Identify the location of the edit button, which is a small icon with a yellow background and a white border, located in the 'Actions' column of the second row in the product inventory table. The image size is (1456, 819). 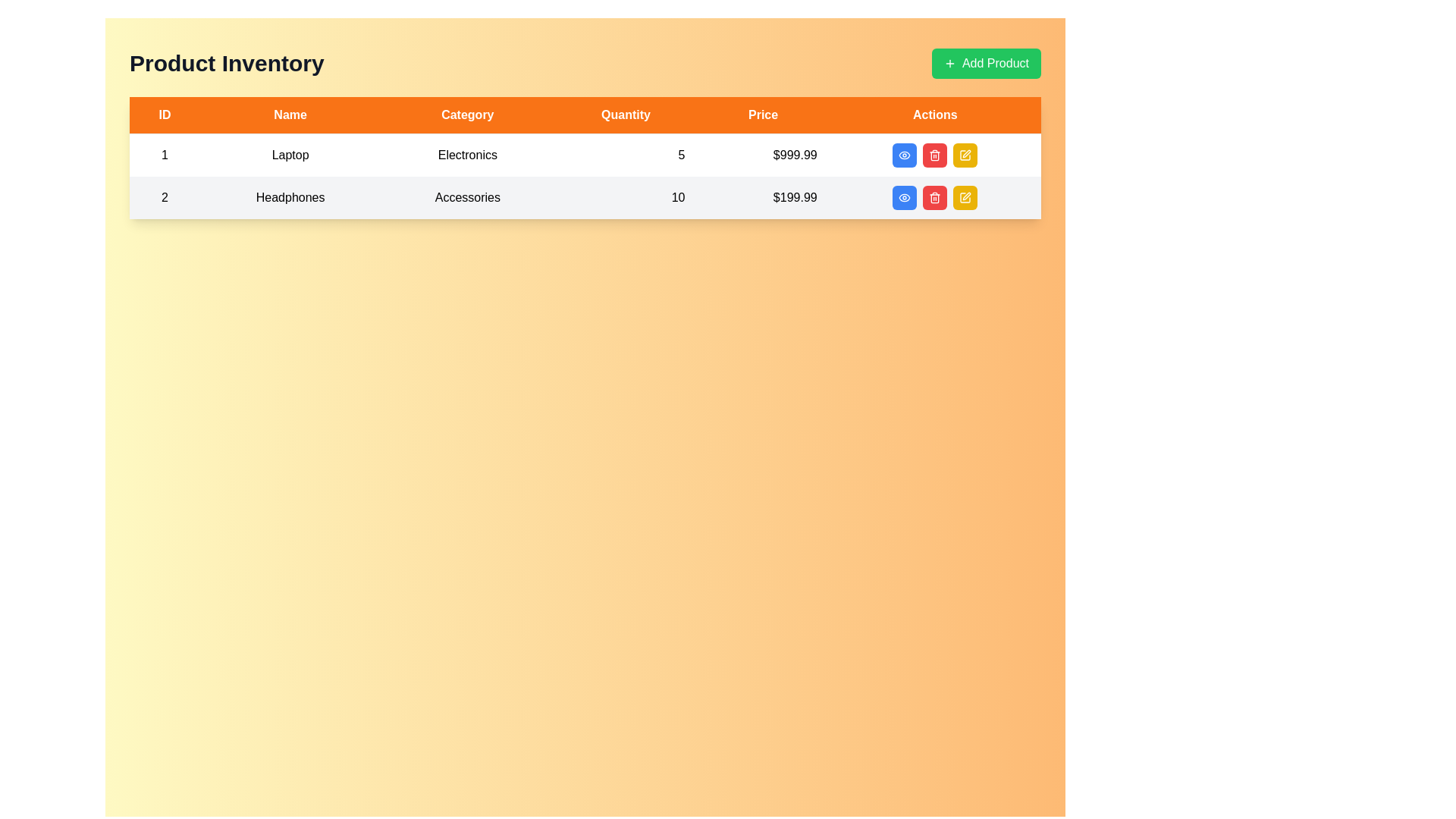
(965, 155).